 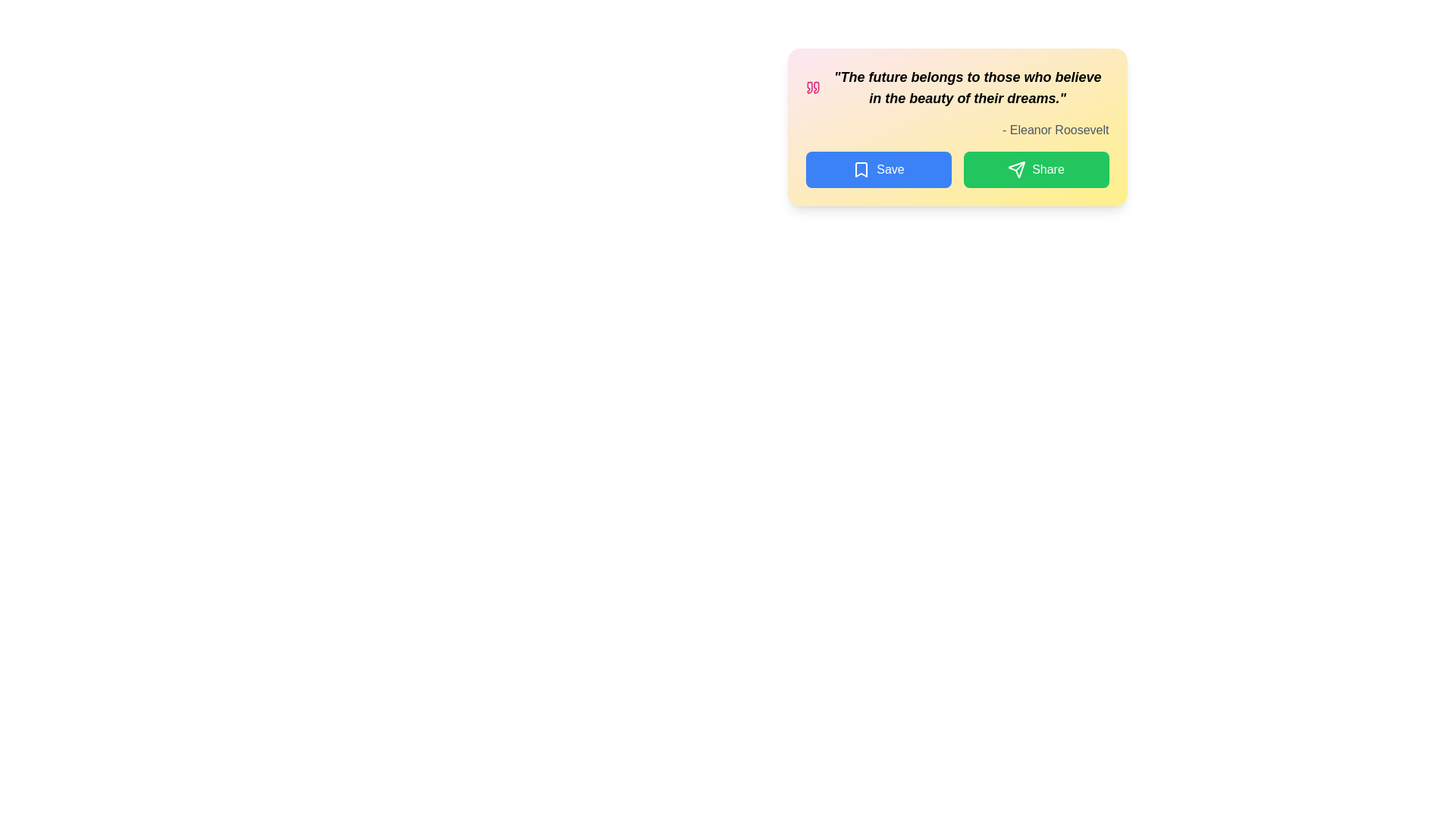 I want to click on the bookmark icon located inside the 'Save' button, which is the second button from the left in the horizontal button group within the card, so click(x=861, y=169).